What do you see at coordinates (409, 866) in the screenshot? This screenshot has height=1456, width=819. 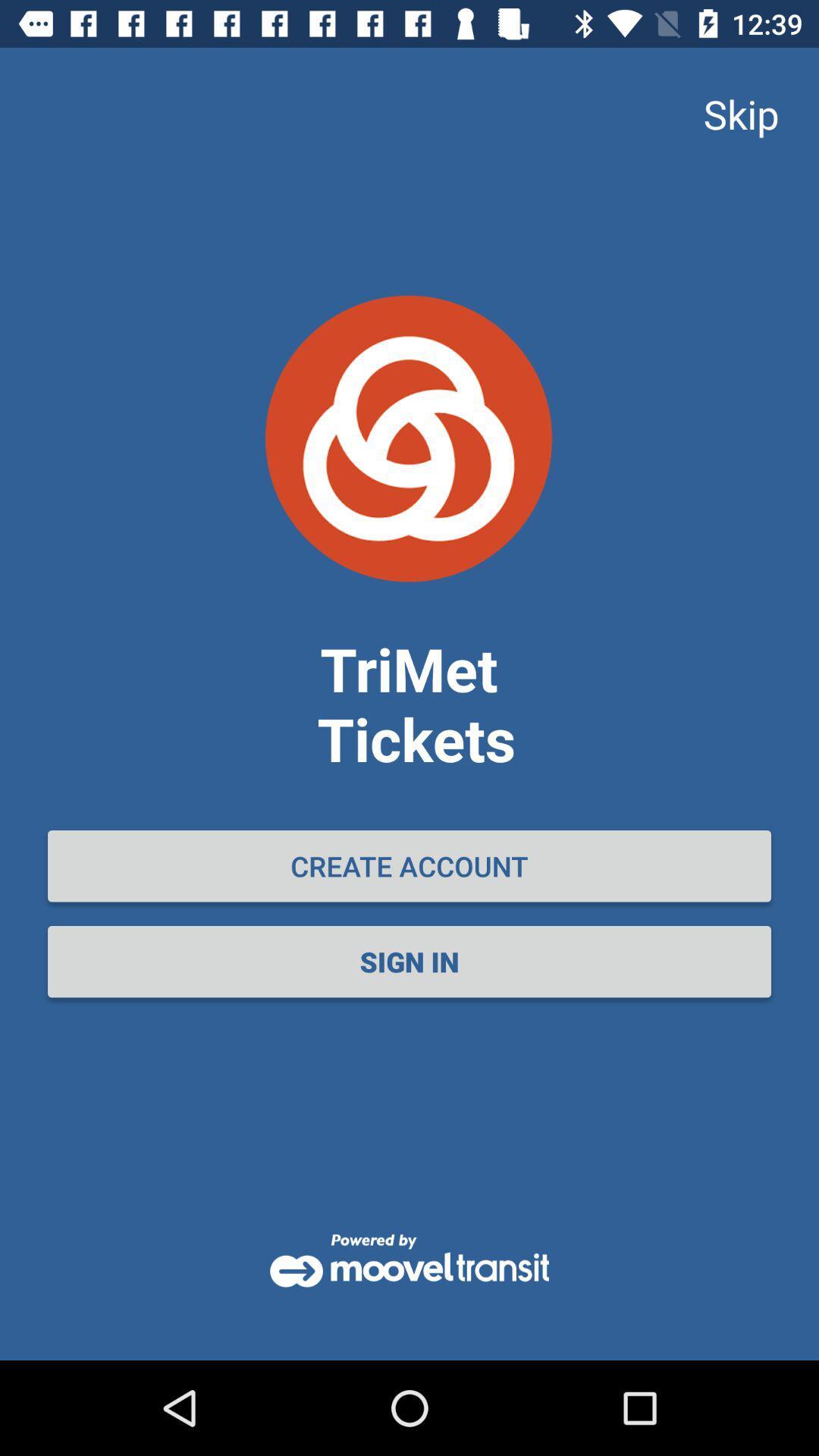 I see `the icon above the sign in` at bounding box center [409, 866].